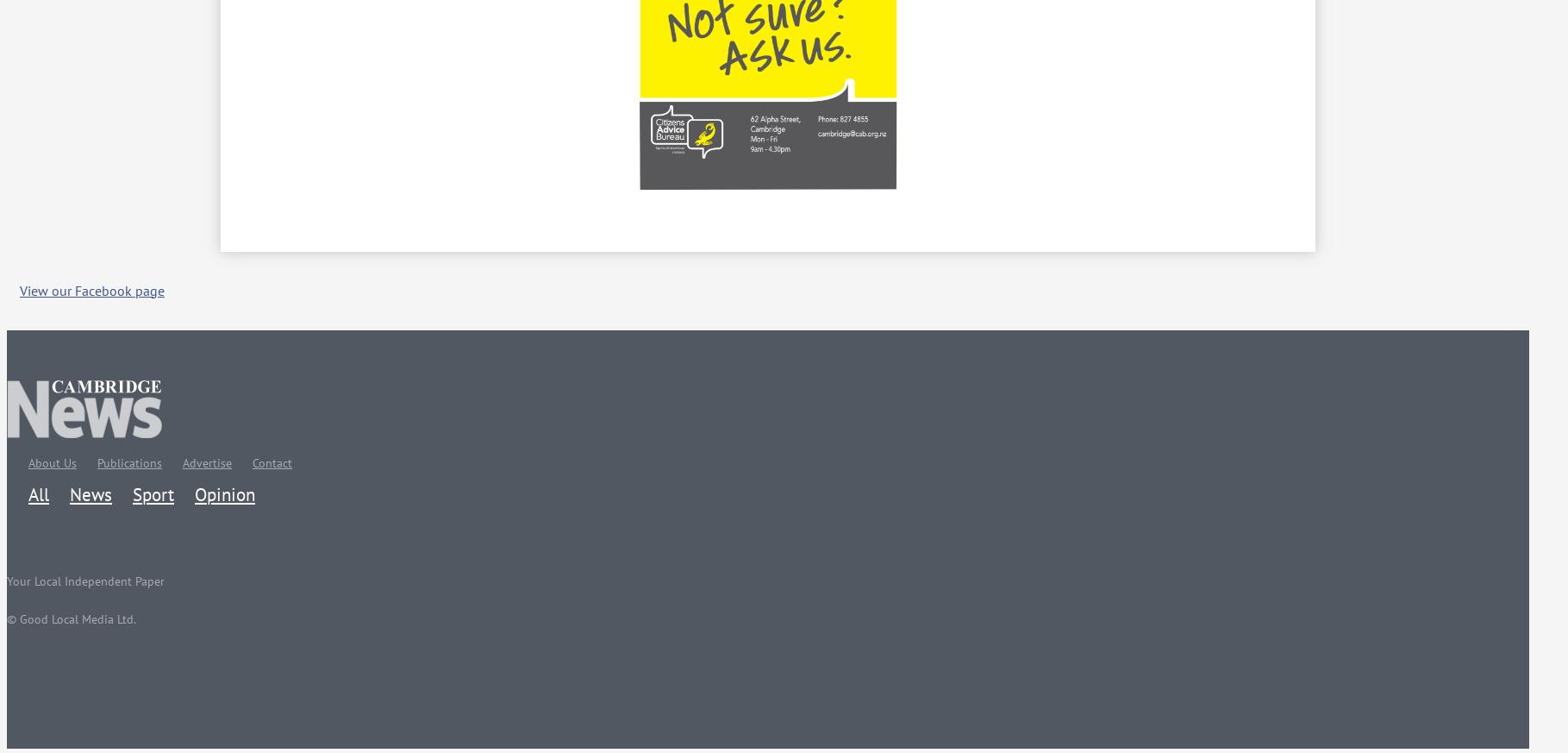  I want to click on 'News', so click(91, 493).